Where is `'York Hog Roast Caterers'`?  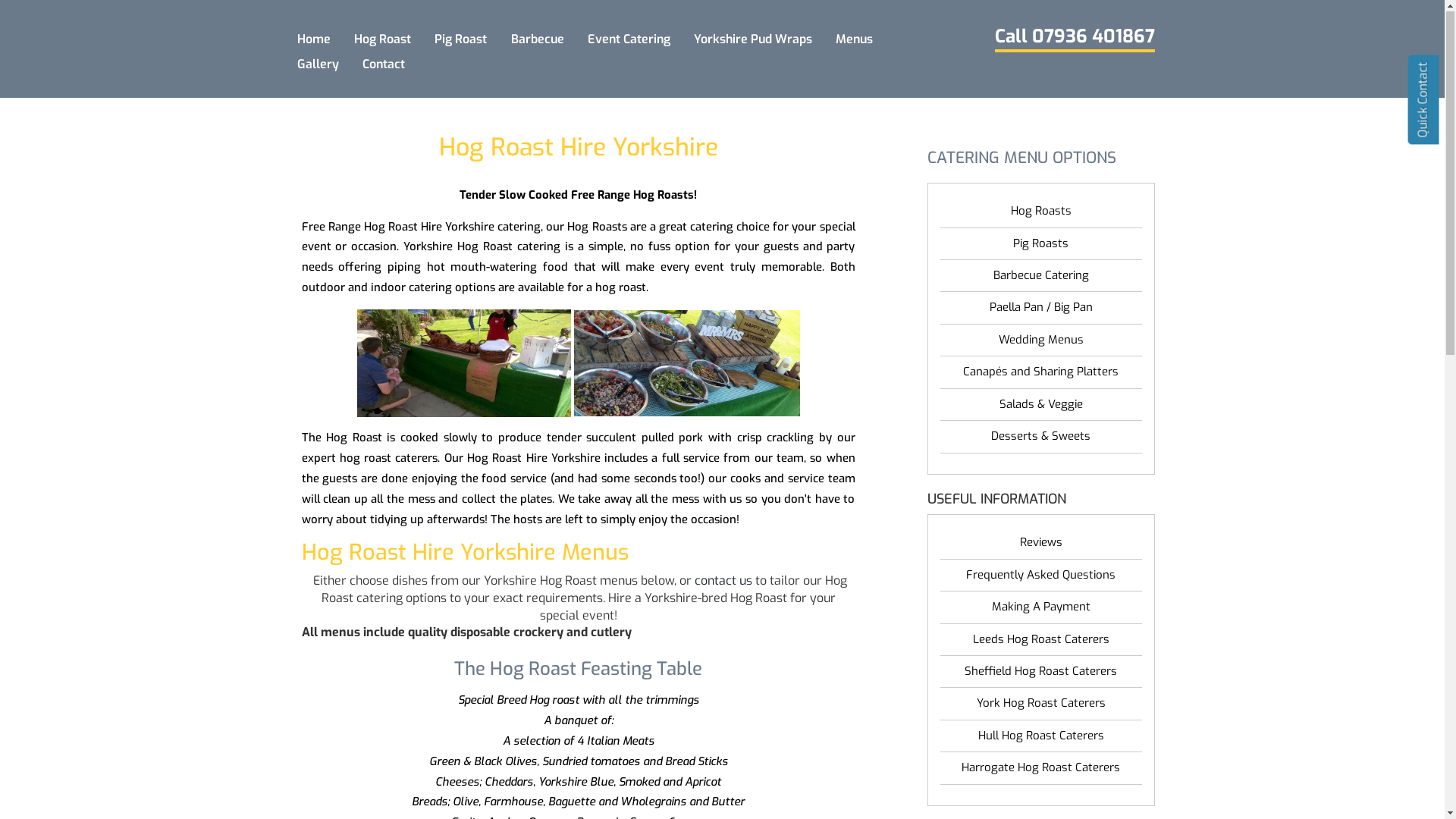 'York Hog Roast Caterers' is located at coordinates (1040, 704).